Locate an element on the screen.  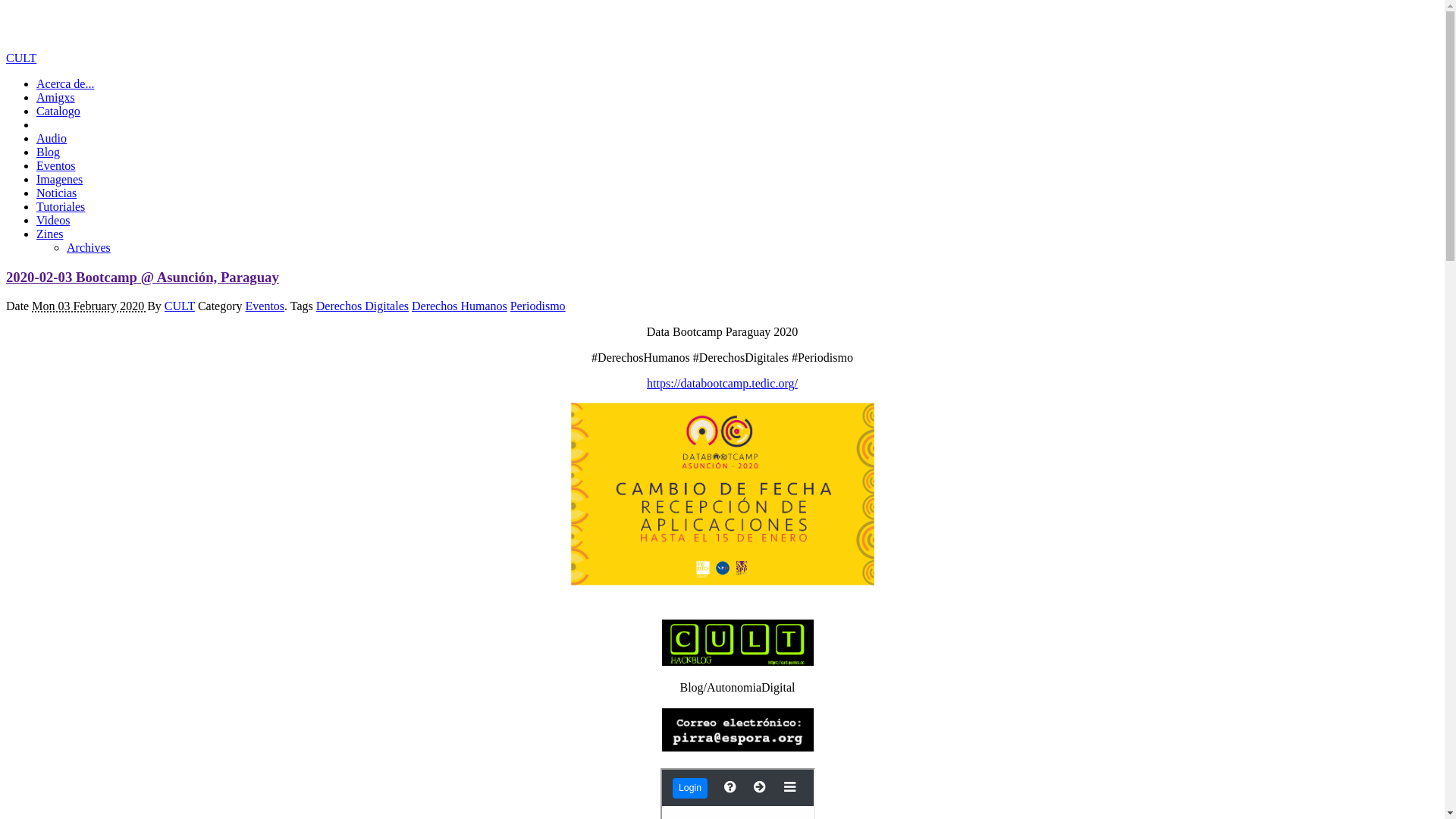
'Acerca de...' is located at coordinates (64, 83).